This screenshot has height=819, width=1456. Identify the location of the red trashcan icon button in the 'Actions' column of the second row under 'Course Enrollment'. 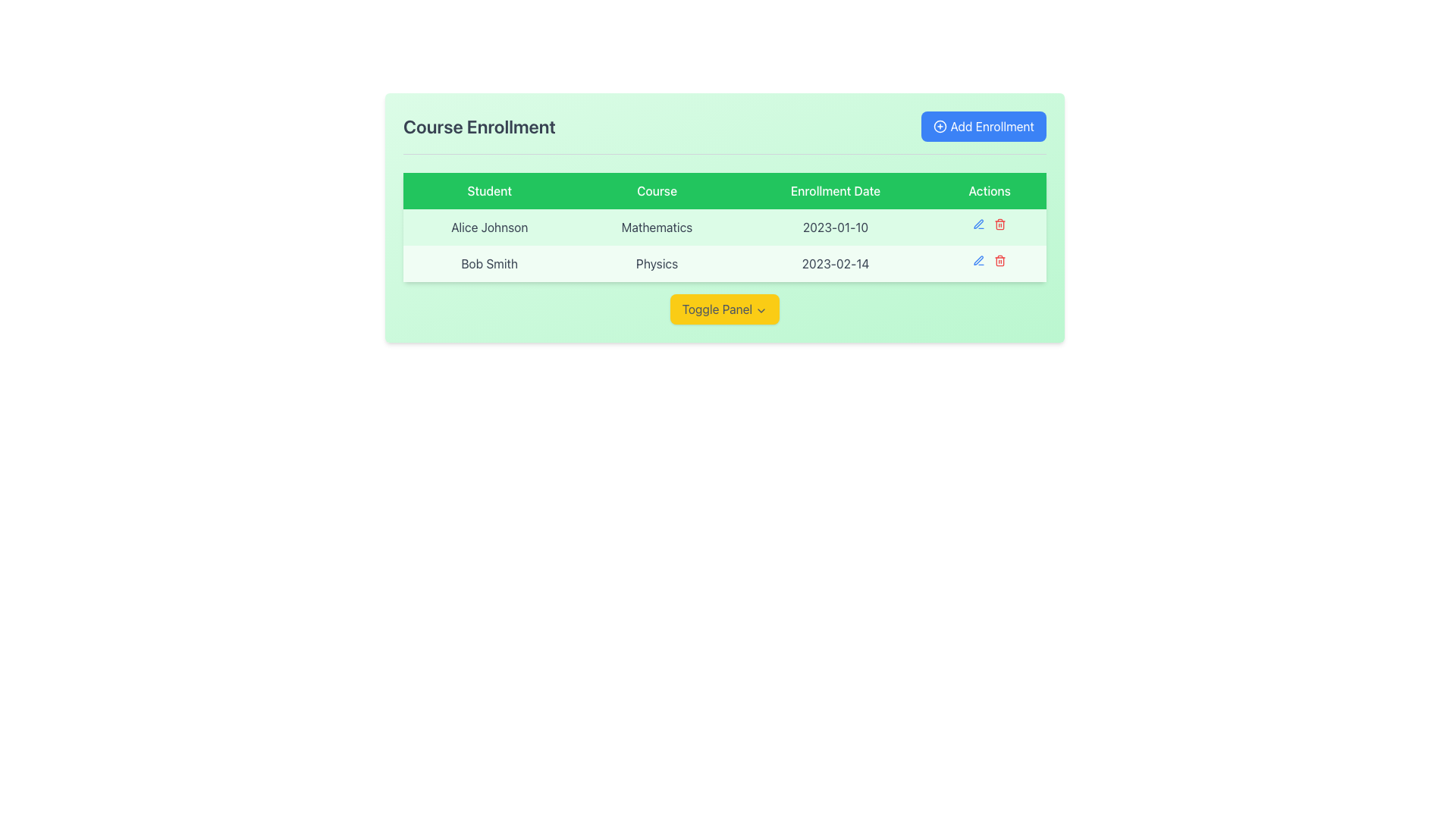
(1000, 259).